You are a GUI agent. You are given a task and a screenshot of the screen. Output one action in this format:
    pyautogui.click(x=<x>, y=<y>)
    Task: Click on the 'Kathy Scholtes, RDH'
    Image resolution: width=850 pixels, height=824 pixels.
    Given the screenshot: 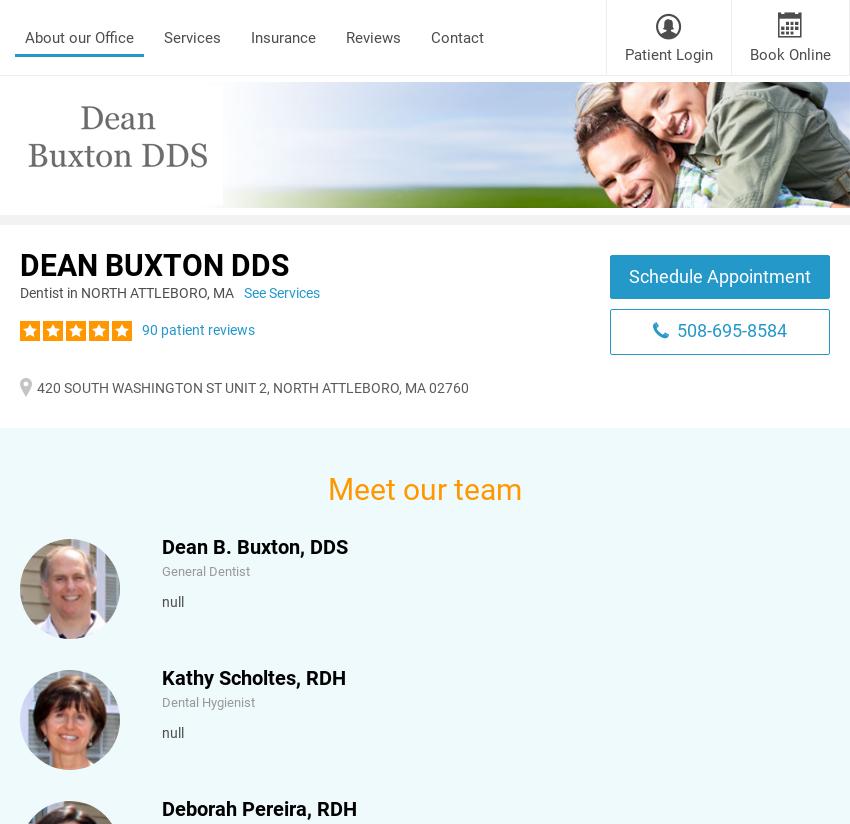 What is the action you would take?
    pyautogui.click(x=253, y=677)
    